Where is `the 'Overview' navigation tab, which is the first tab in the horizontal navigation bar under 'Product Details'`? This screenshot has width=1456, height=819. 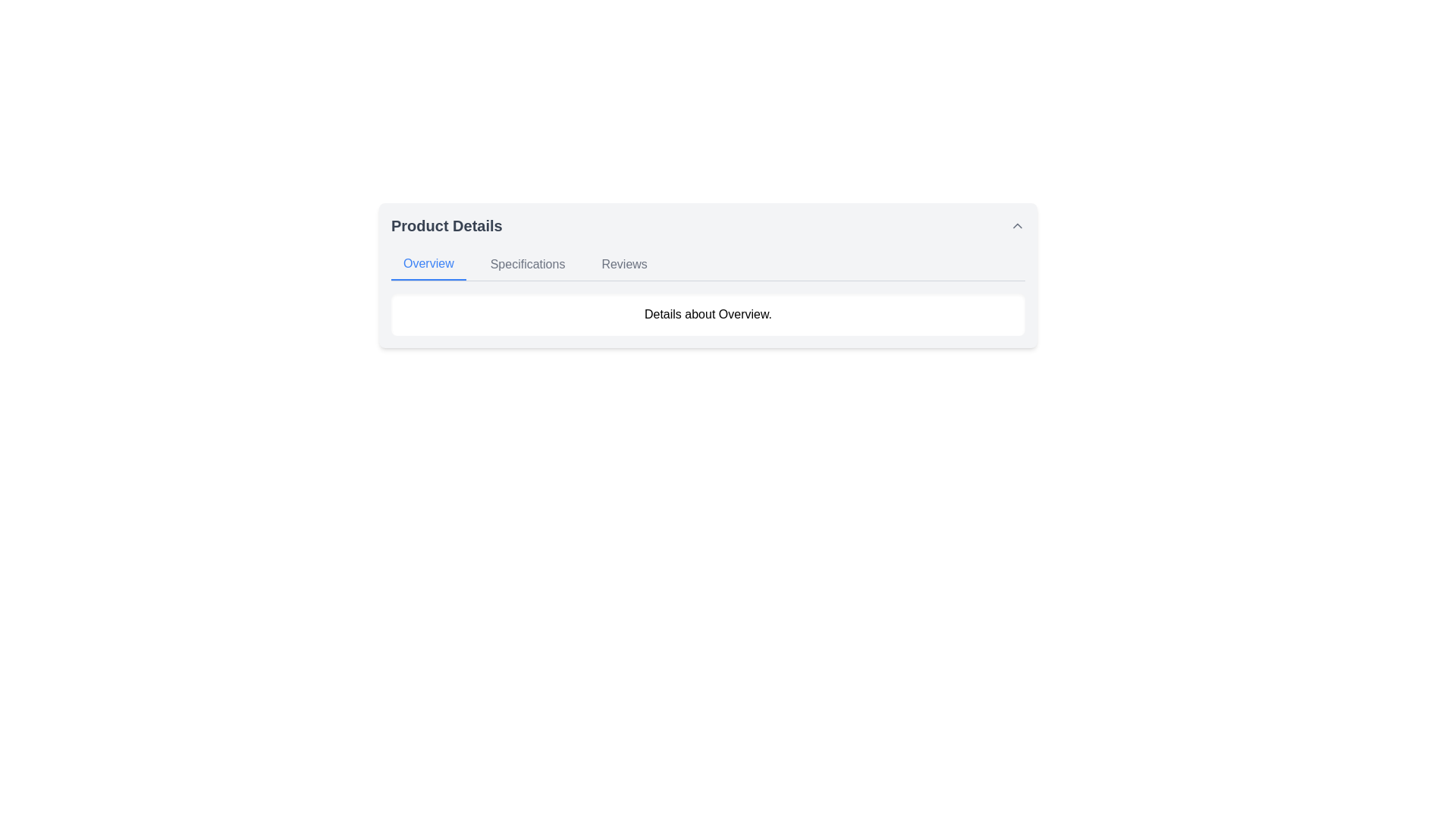
the 'Overview' navigation tab, which is the first tab in the horizontal navigation bar under 'Product Details' is located at coordinates (428, 263).